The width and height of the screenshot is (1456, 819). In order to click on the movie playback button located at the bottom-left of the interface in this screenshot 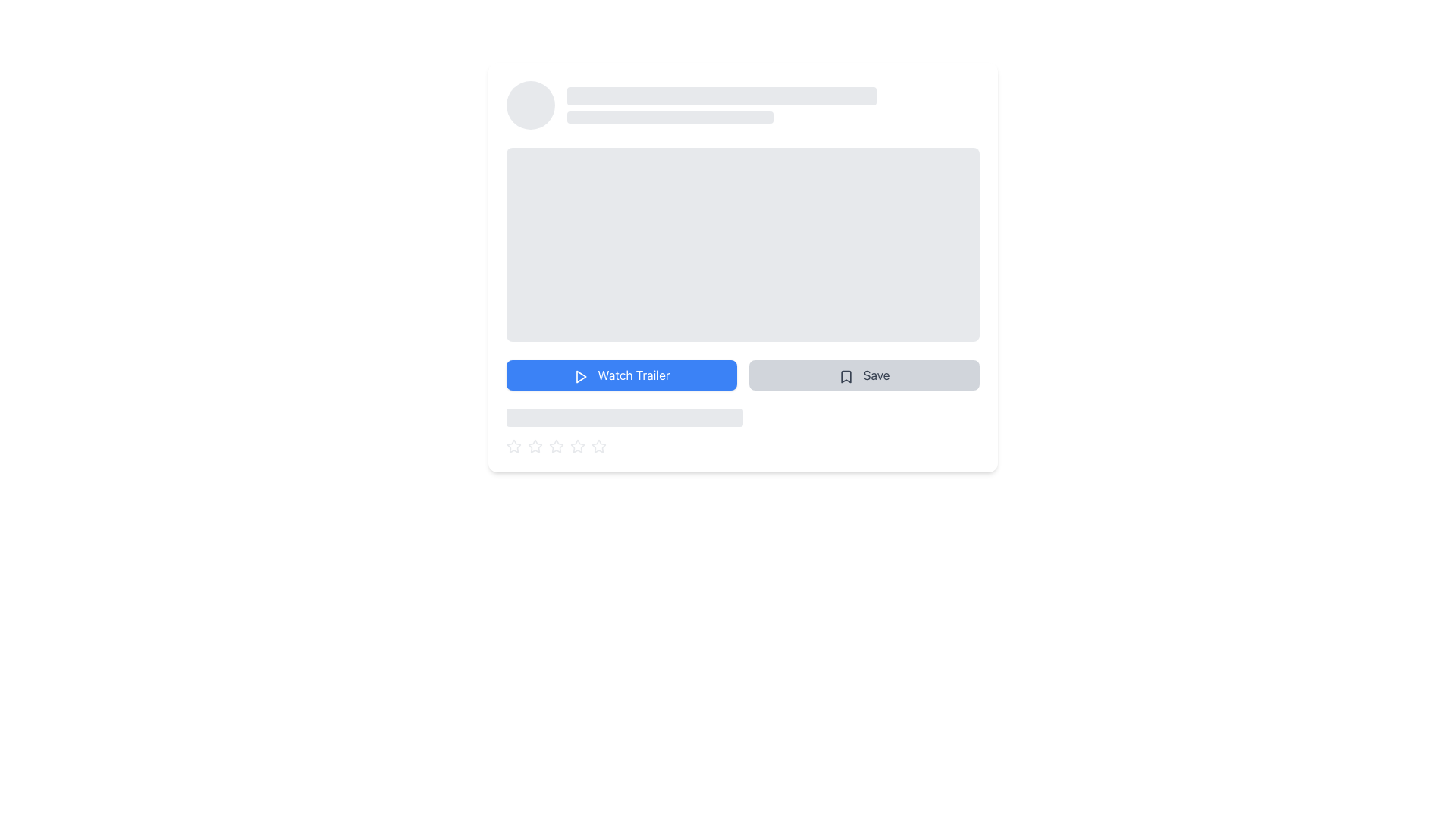, I will do `click(622, 375)`.